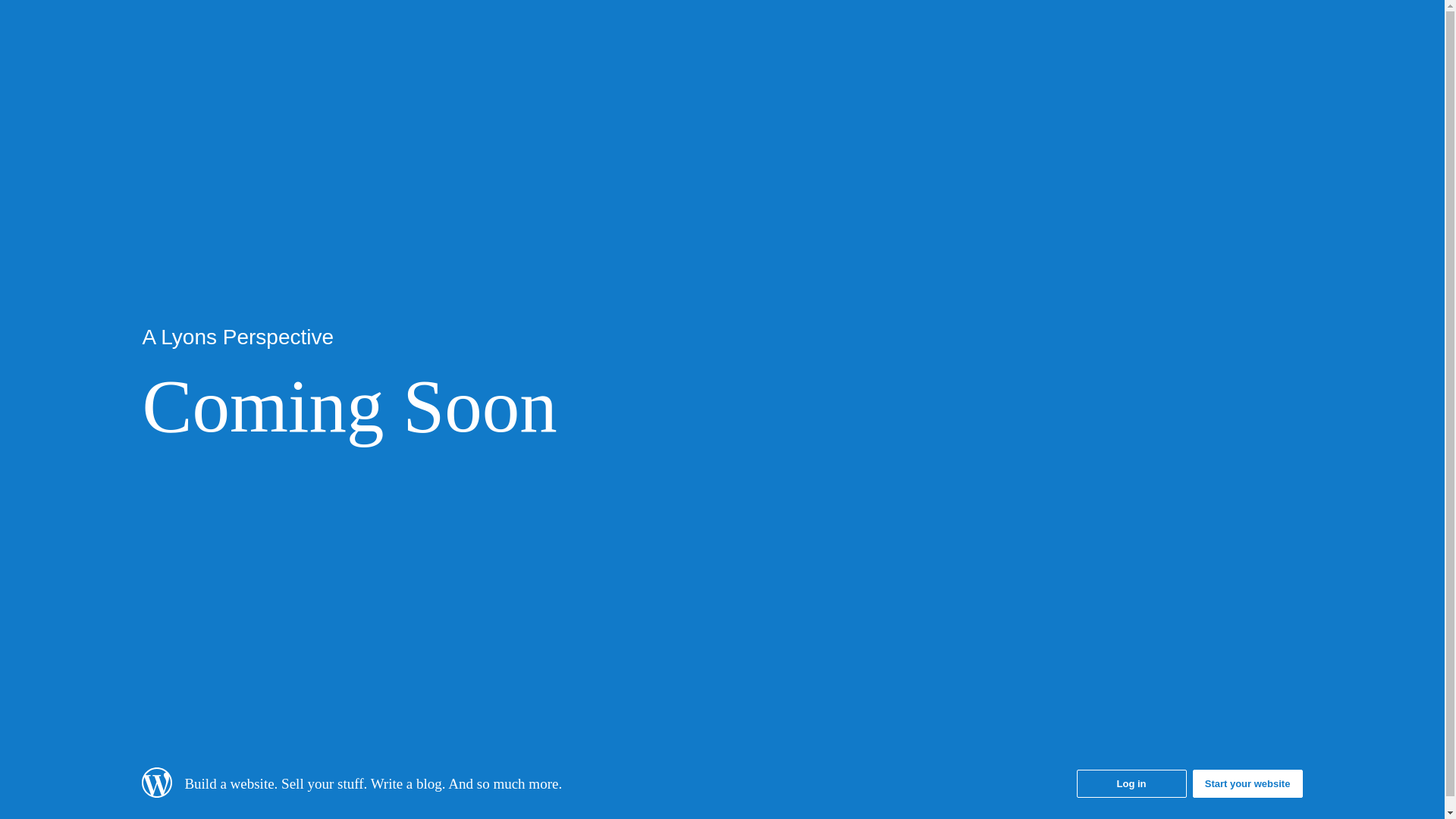 The height and width of the screenshot is (819, 1456). What do you see at coordinates (1131, 783) in the screenshot?
I see `'Log in'` at bounding box center [1131, 783].